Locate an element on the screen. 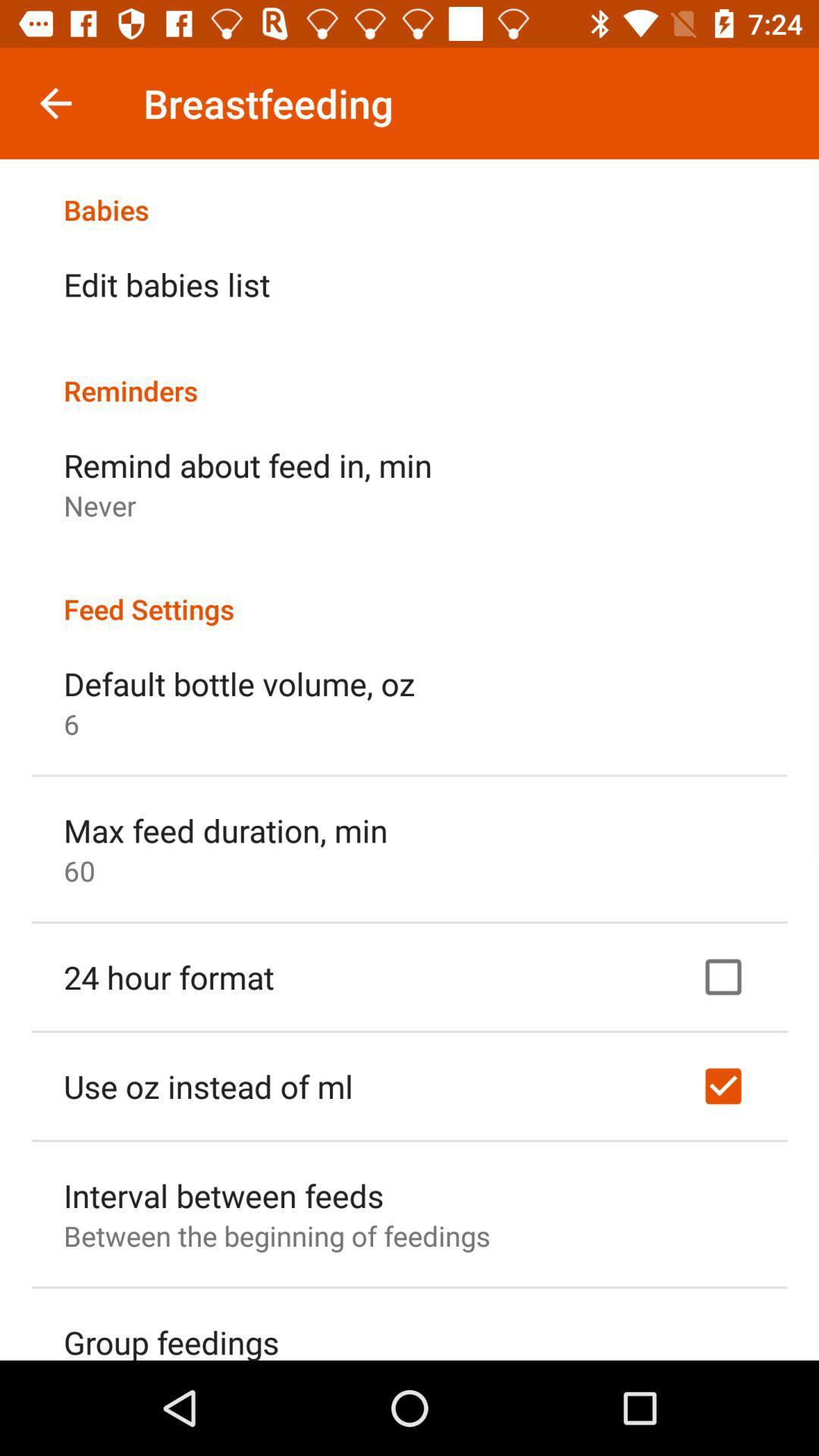 Image resolution: width=819 pixels, height=1456 pixels. item below the interval between feeds icon is located at coordinates (277, 1235).